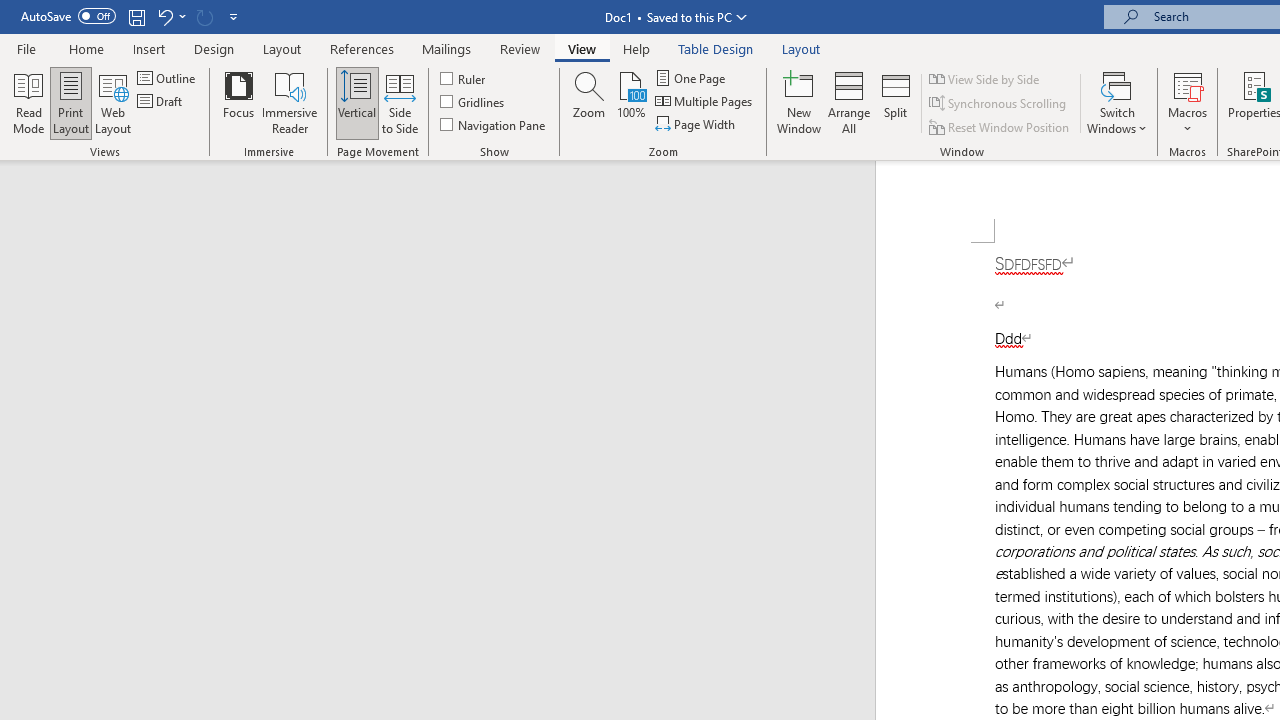 This screenshot has height=720, width=1280. Describe the element at coordinates (705, 101) in the screenshot. I see `'Multiple Pages'` at that location.